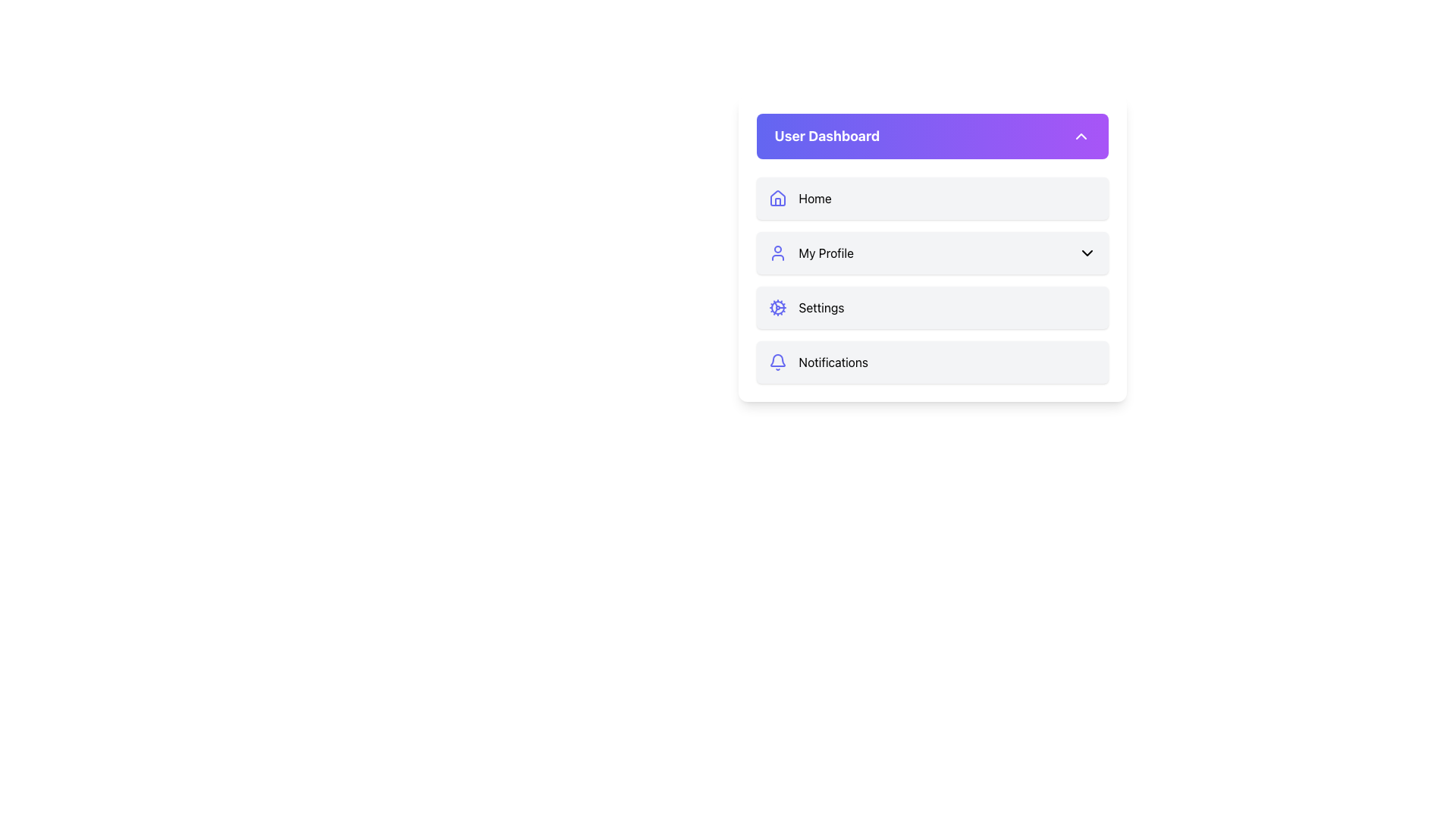 The image size is (1456, 819). I want to click on the SVG icon resembling a house, so click(777, 198).